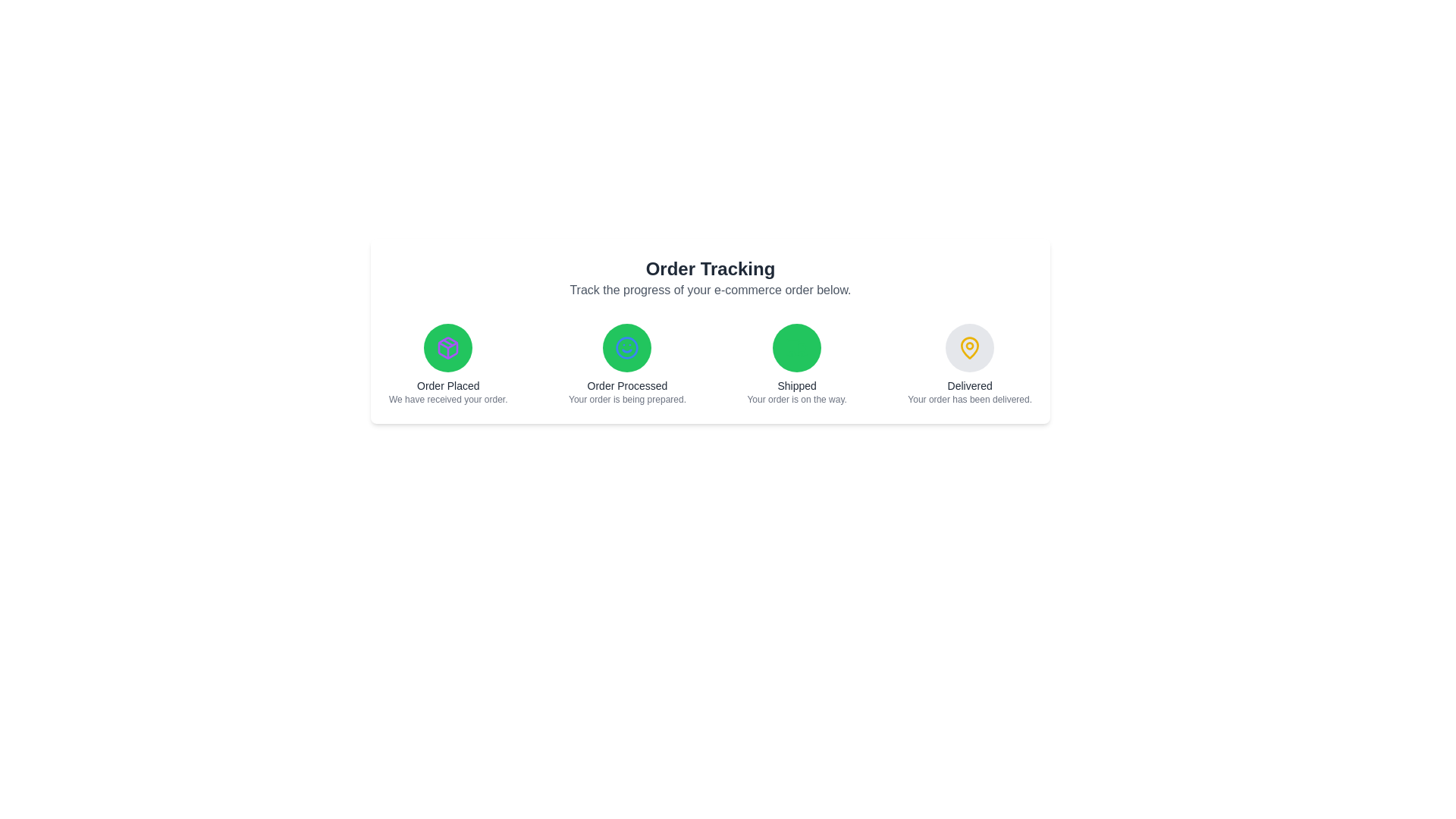 The height and width of the screenshot is (819, 1456). I want to click on the circular button with a green background and a centered smiley face icon, which indicates the 'Order Processed' status, so click(627, 348).